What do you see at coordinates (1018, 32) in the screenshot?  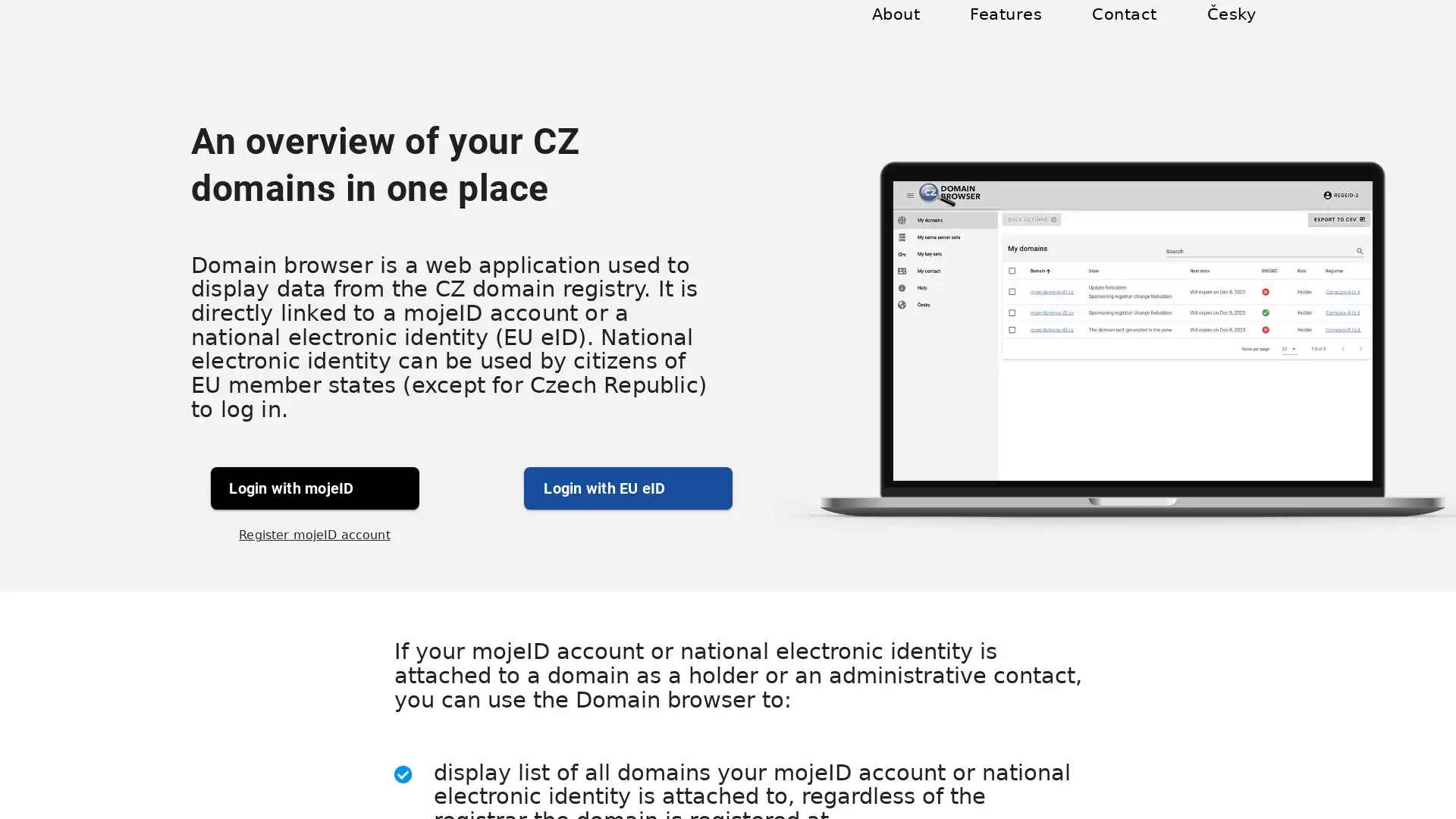 I see `Features` at bounding box center [1018, 32].